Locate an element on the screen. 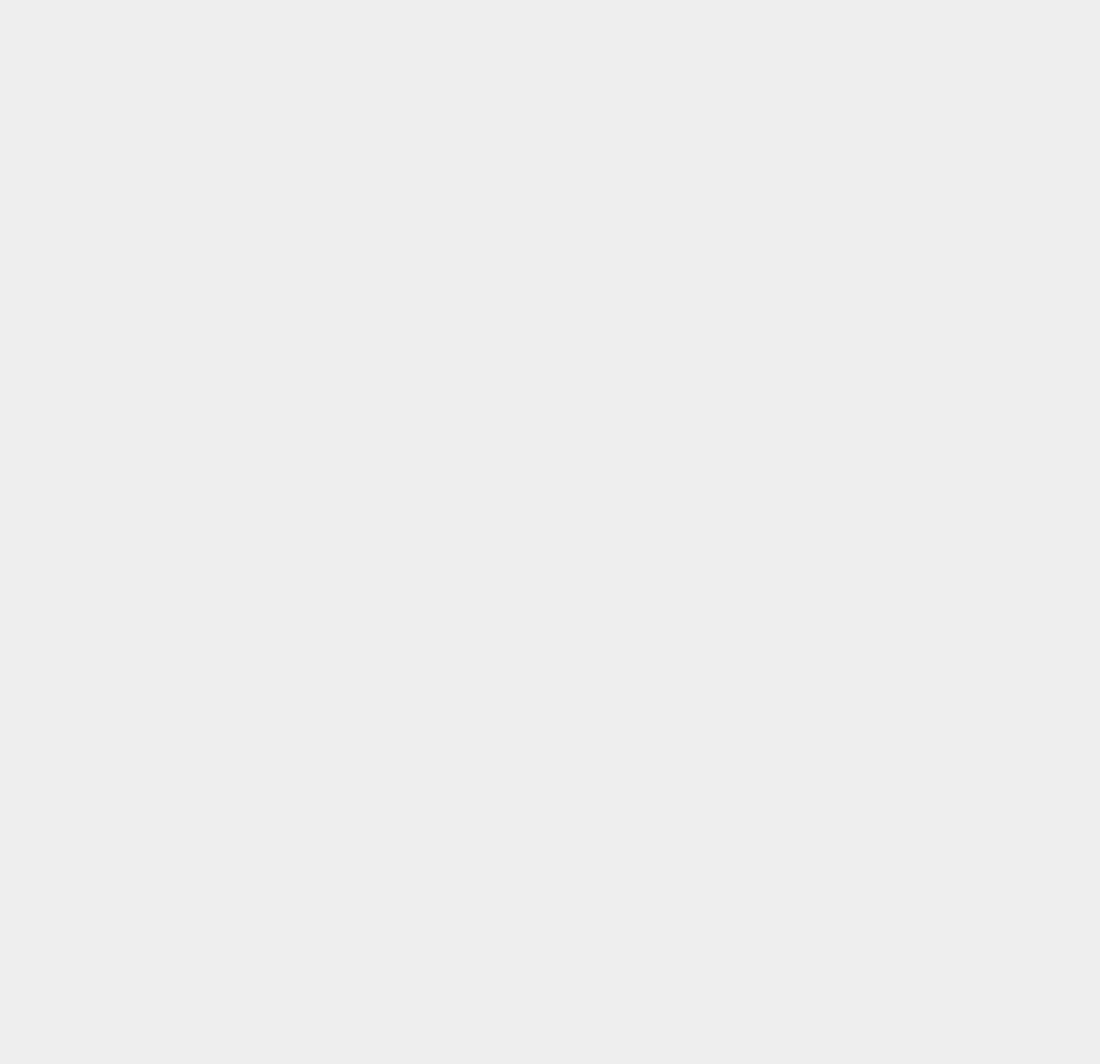 The width and height of the screenshot is (1100, 1064). 'Web Domains' is located at coordinates (820, 267).